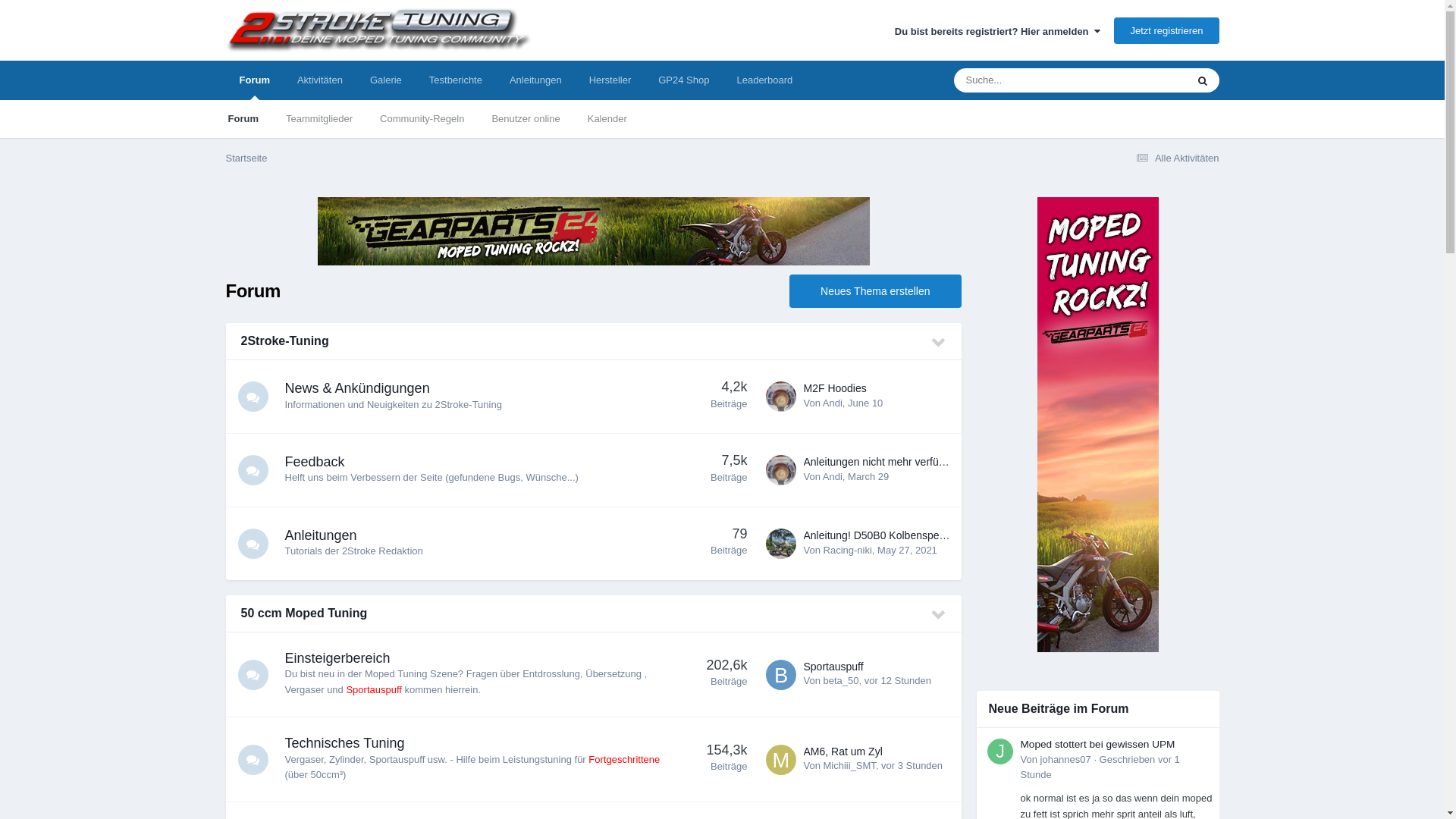 This screenshot has height=819, width=1456. What do you see at coordinates (1020, 767) in the screenshot?
I see `'Geschrieben vor 1 Stunde'` at bounding box center [1020, 767].